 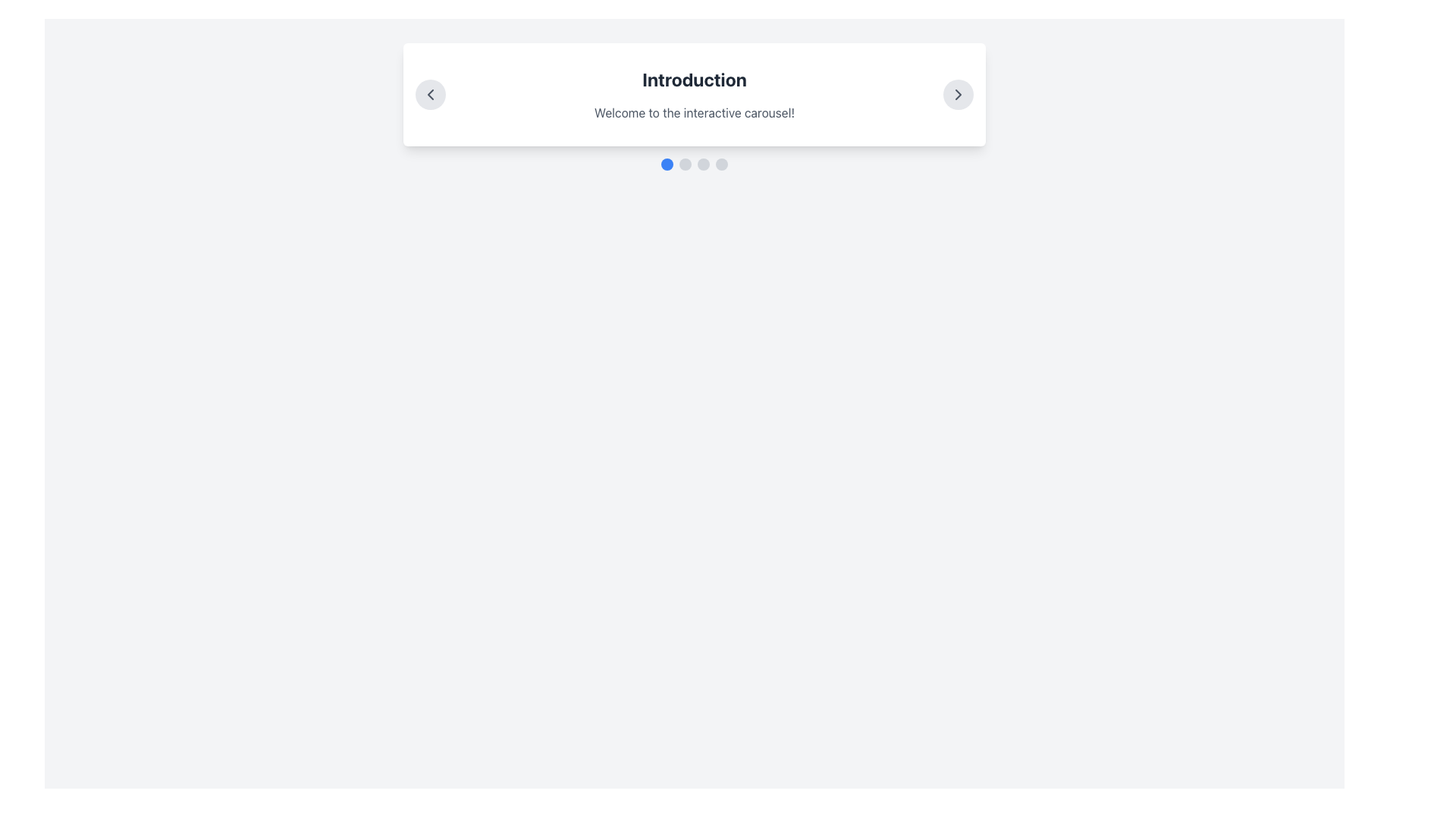 I want to click on the Icon button located on the left side of the horizontal navigation bar, so click(x=429, y=94).